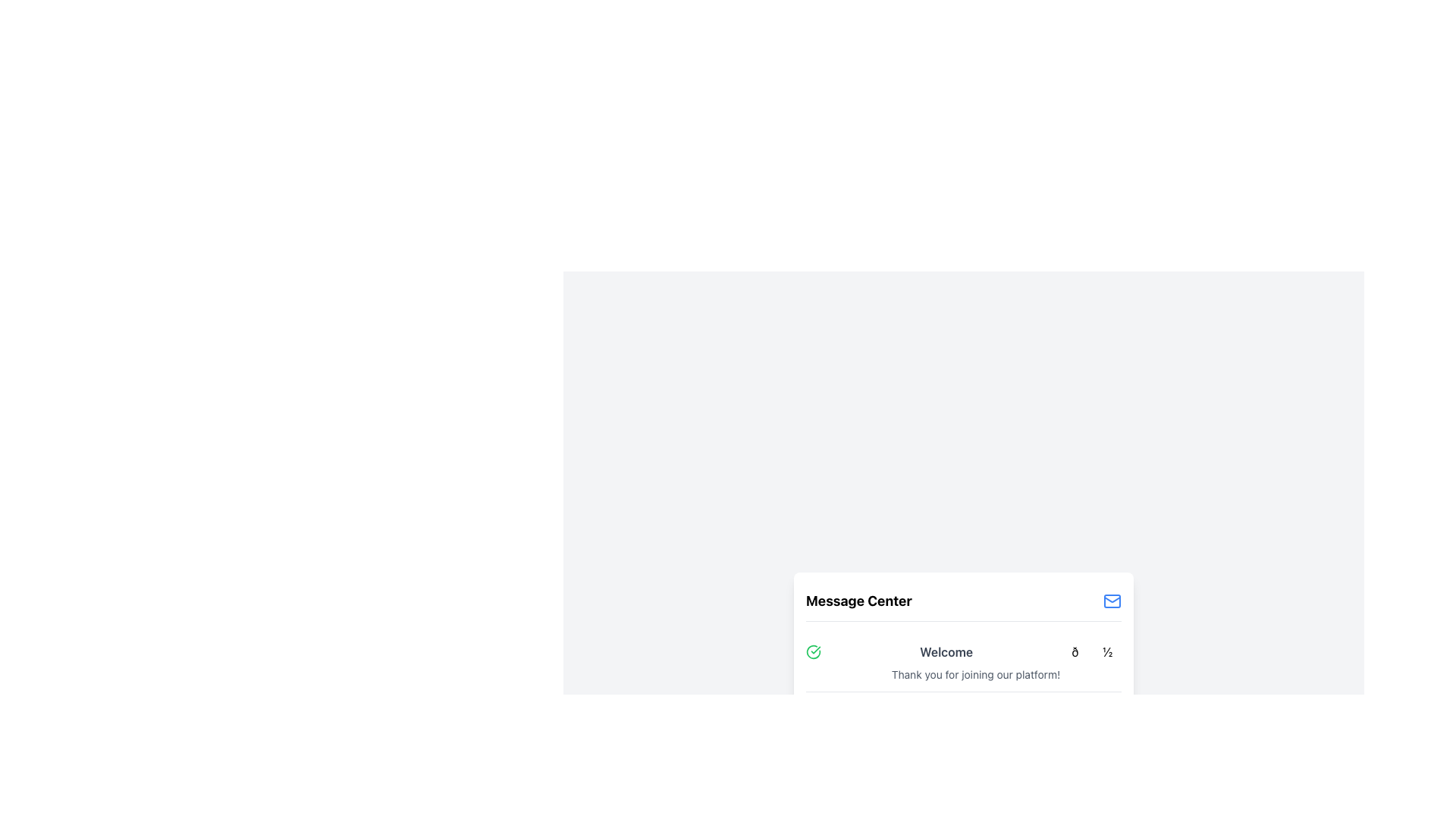 The width and height of the screenshot is (1456, 819). What do you see at coordinates (963, 662) in the screenshot?
I see `text content of the Informational Text Block displaying 'Welcome' and 'Thank you for joining our platform!' located in the Message Center panel` at bounding box center [963, 662].